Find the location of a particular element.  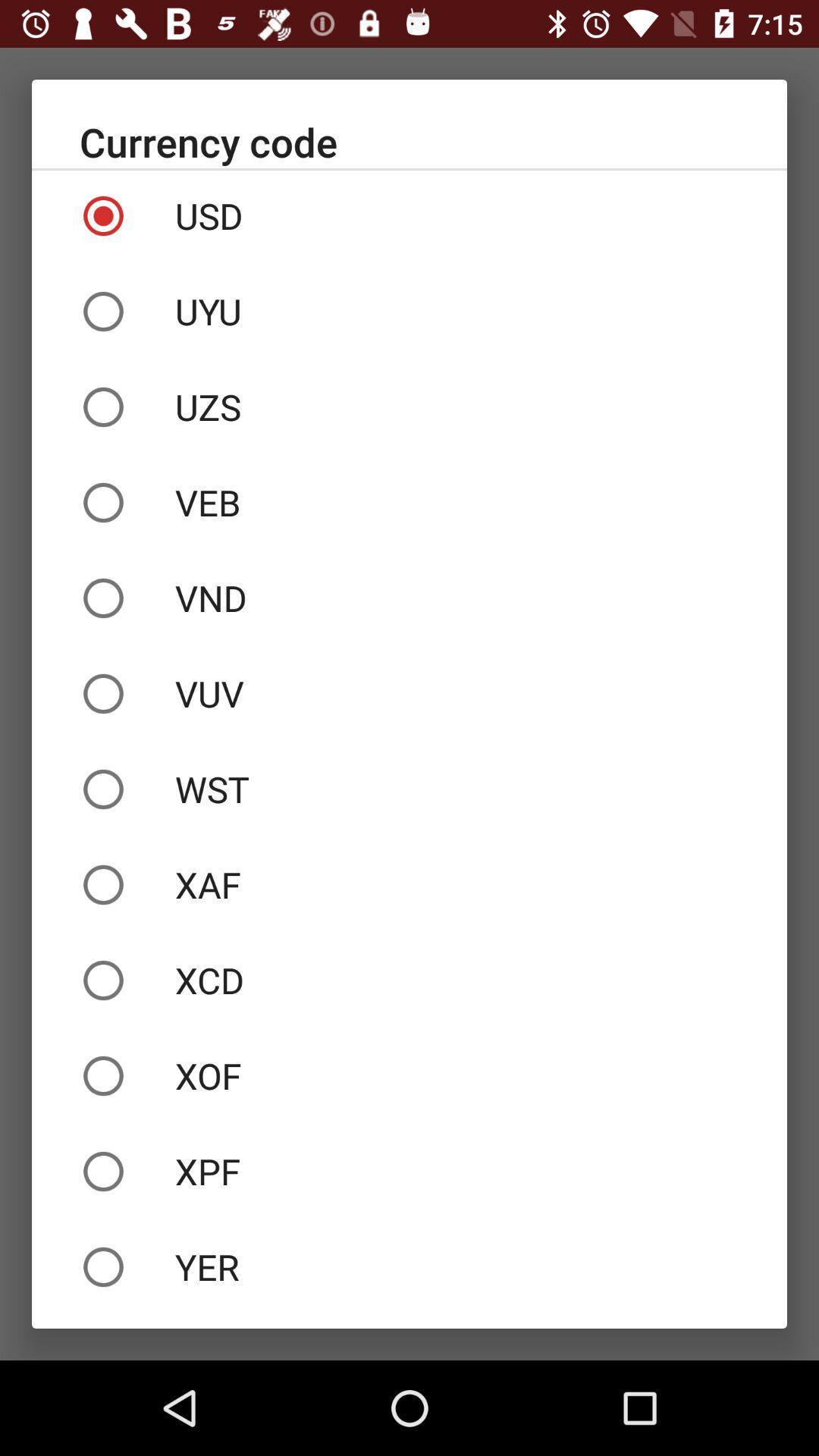

usd icon is located at coordinates (409, 215).